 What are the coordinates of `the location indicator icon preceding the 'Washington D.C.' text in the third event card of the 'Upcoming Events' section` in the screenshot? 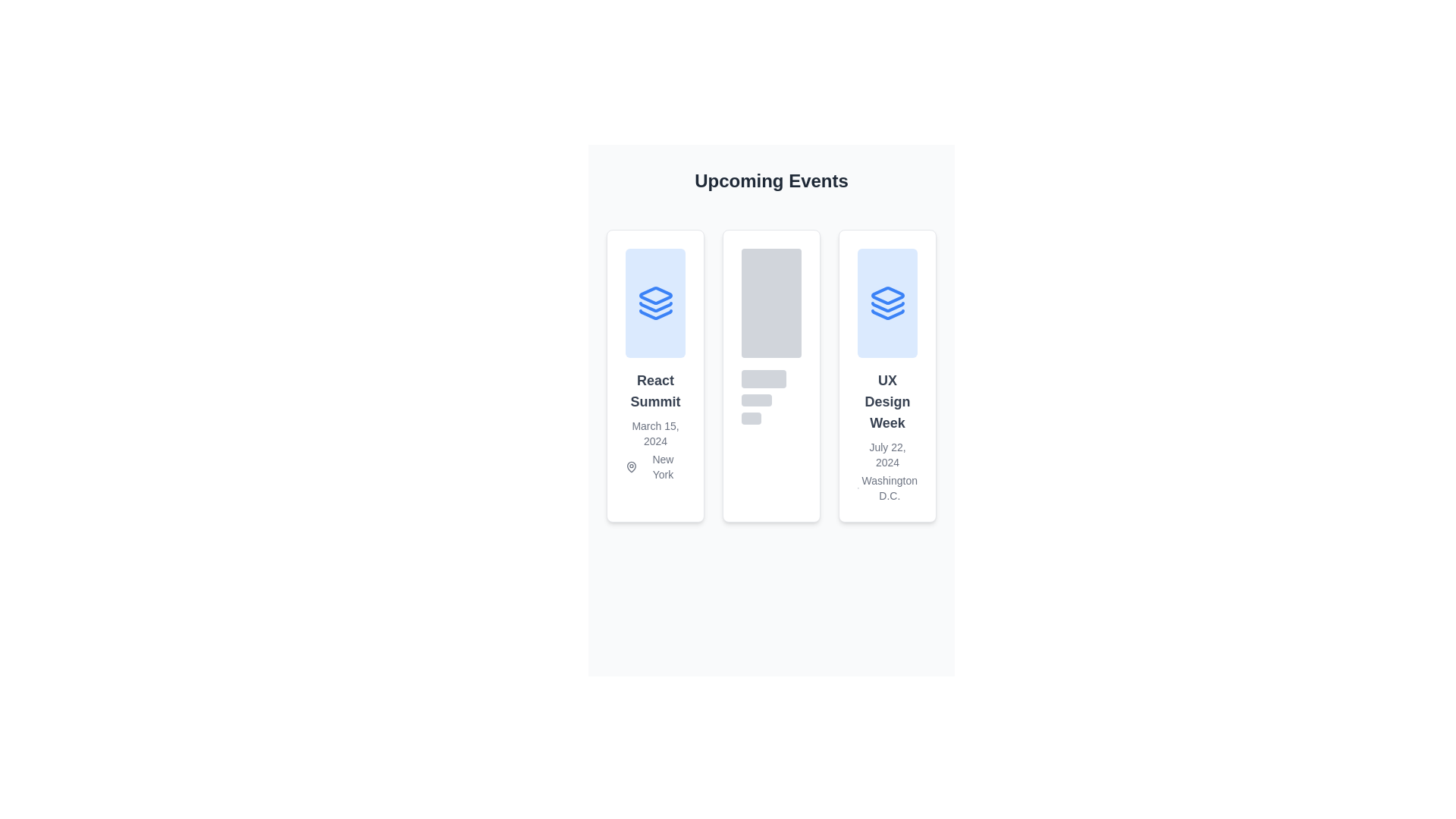 It's located at (858, 488).